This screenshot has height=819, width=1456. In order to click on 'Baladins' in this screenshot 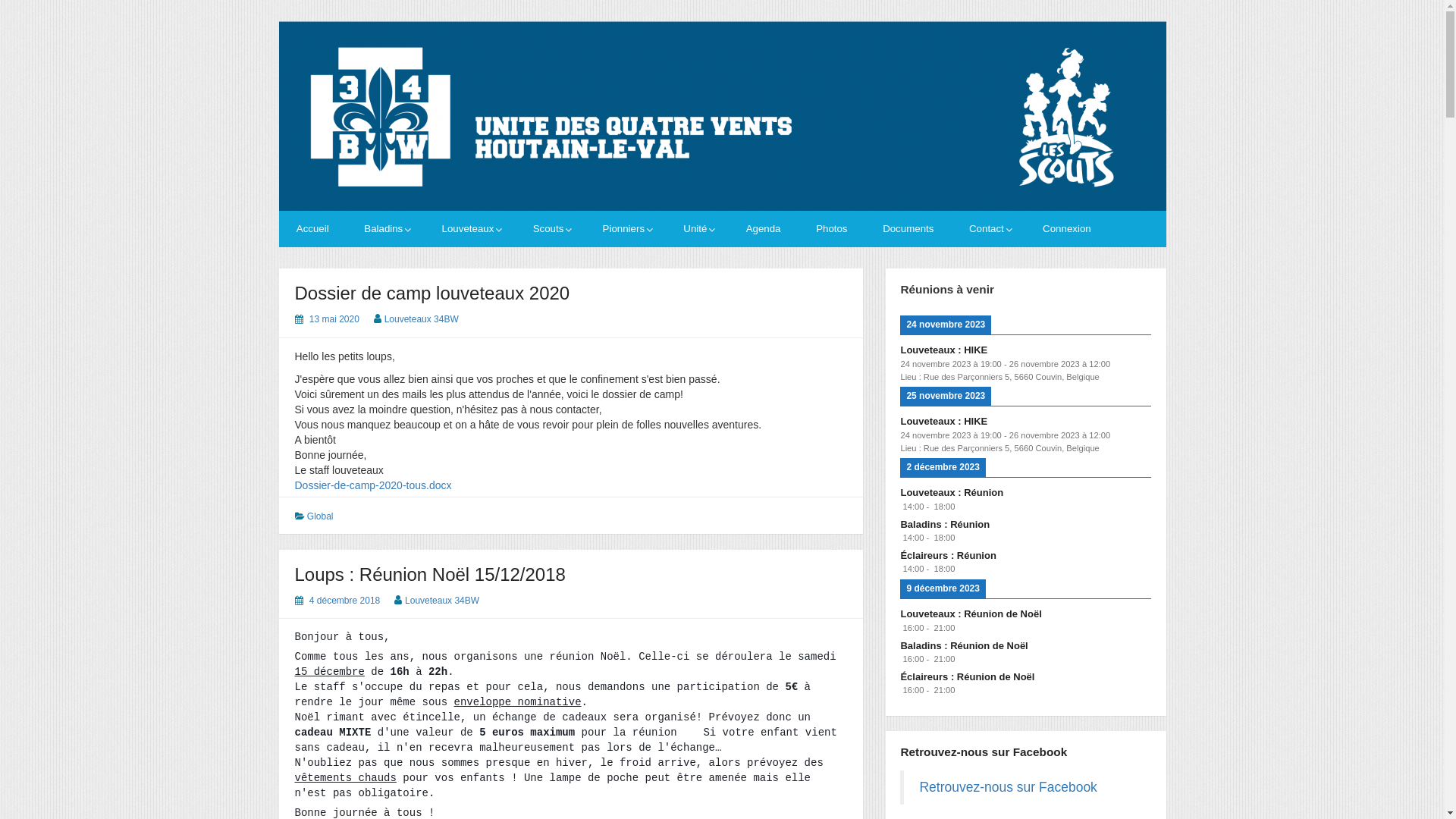, I will do `click(353, 228)`.